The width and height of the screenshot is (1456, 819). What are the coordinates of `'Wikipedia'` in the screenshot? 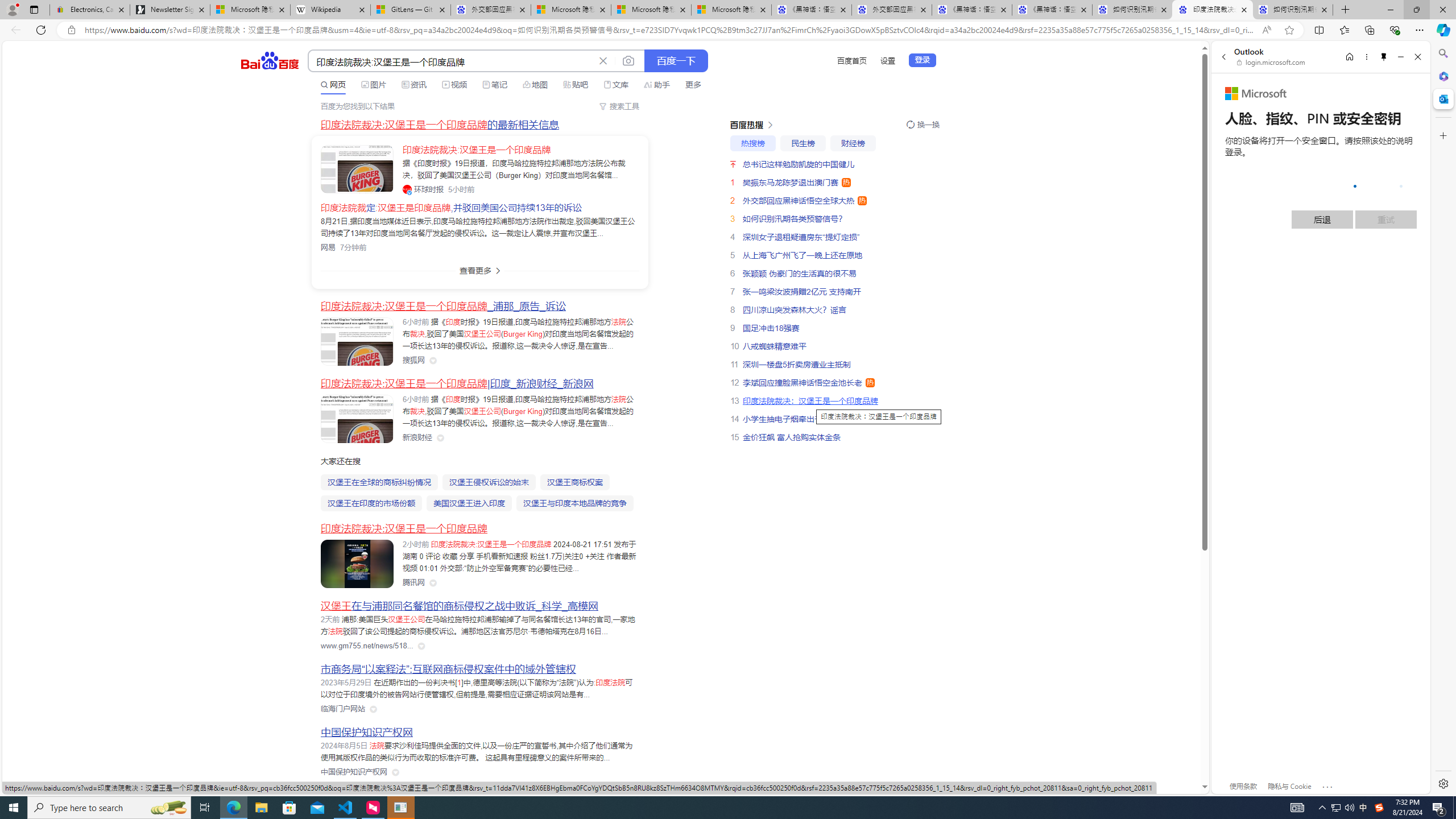 It's located at (330, 9).